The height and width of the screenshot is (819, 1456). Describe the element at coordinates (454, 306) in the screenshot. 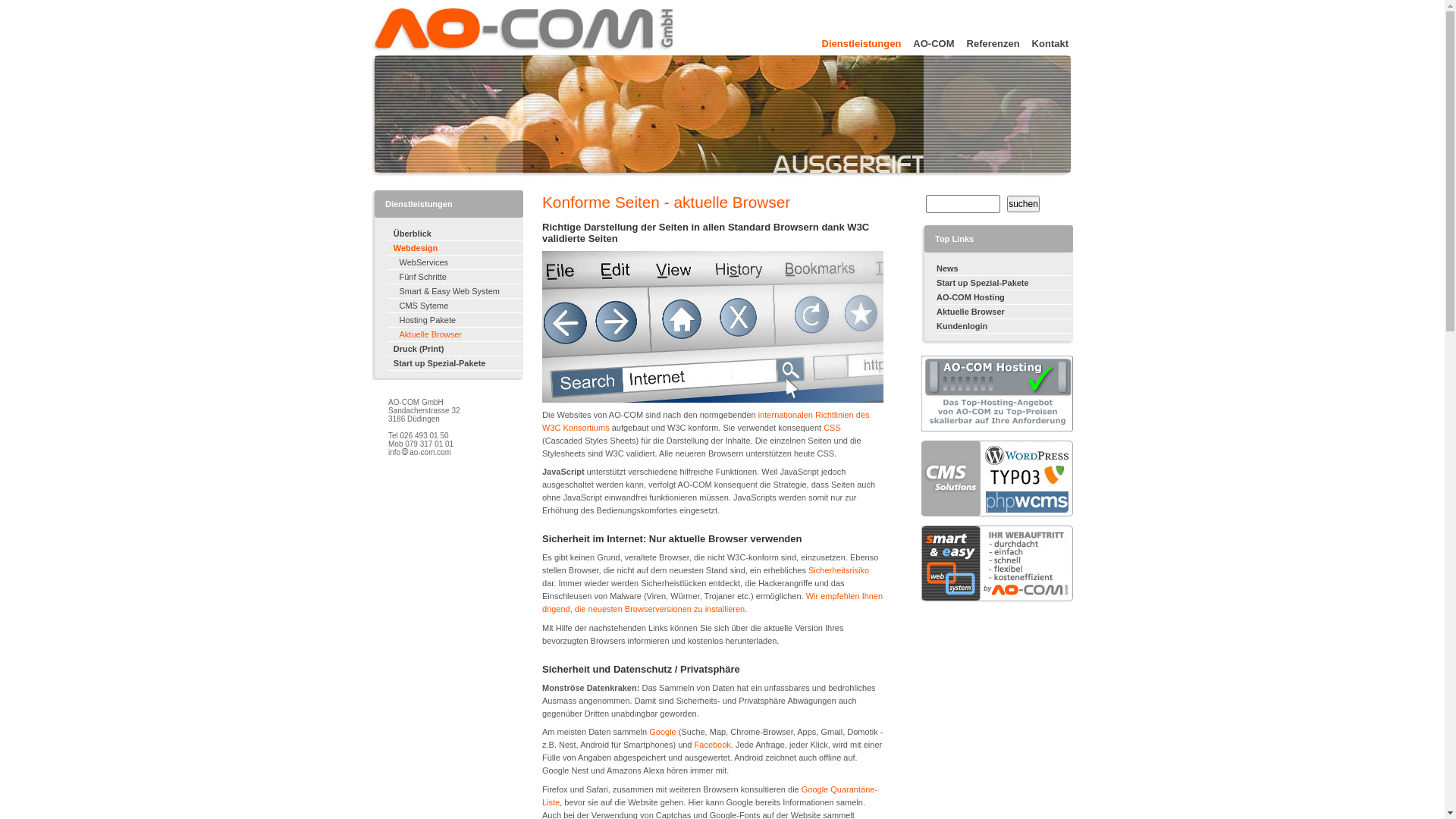

I see `'CMS Syteme'` at that location.